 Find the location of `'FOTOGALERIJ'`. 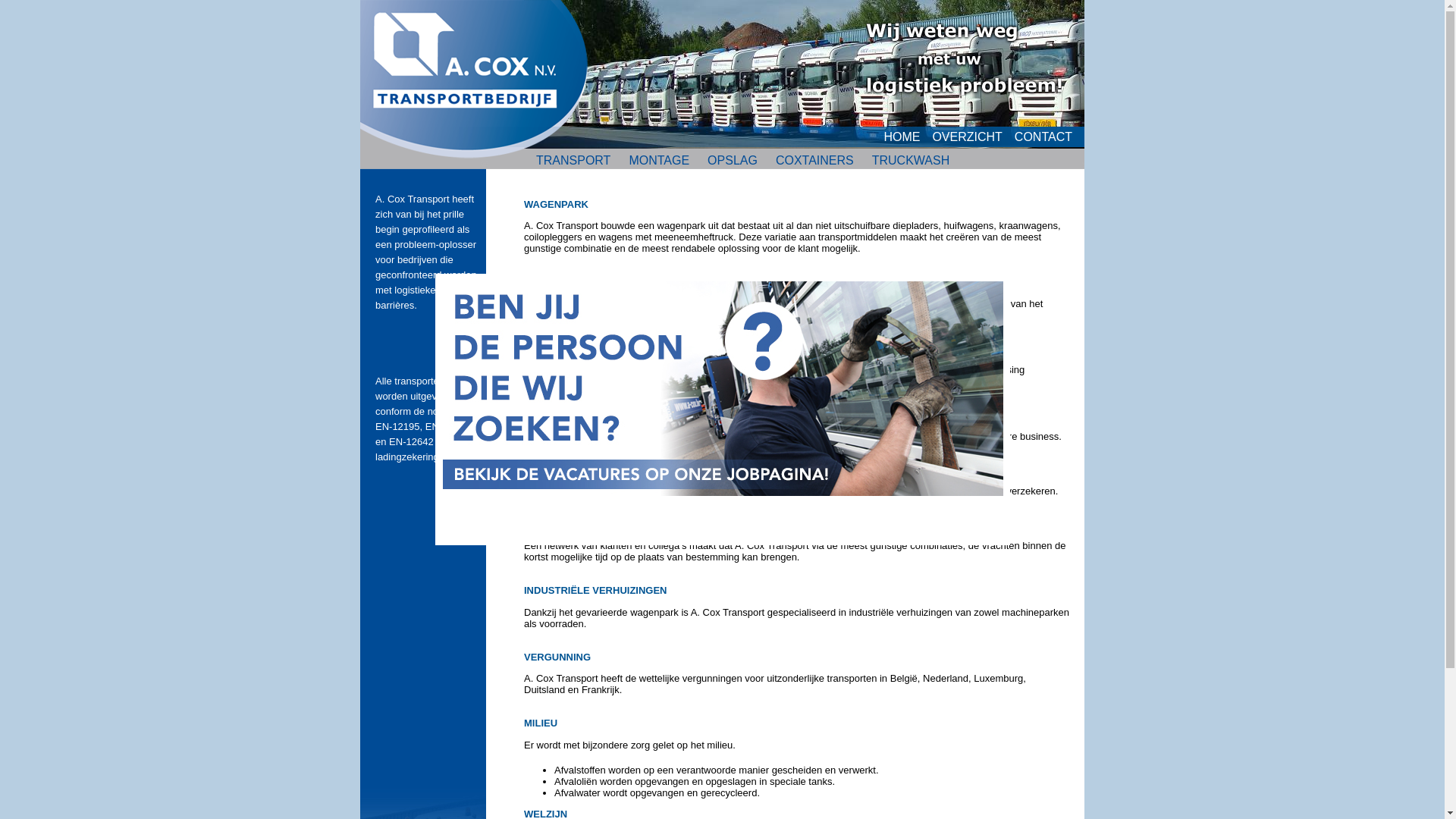

'FOTOGALERIJ' is located at coordinates (891, 183).